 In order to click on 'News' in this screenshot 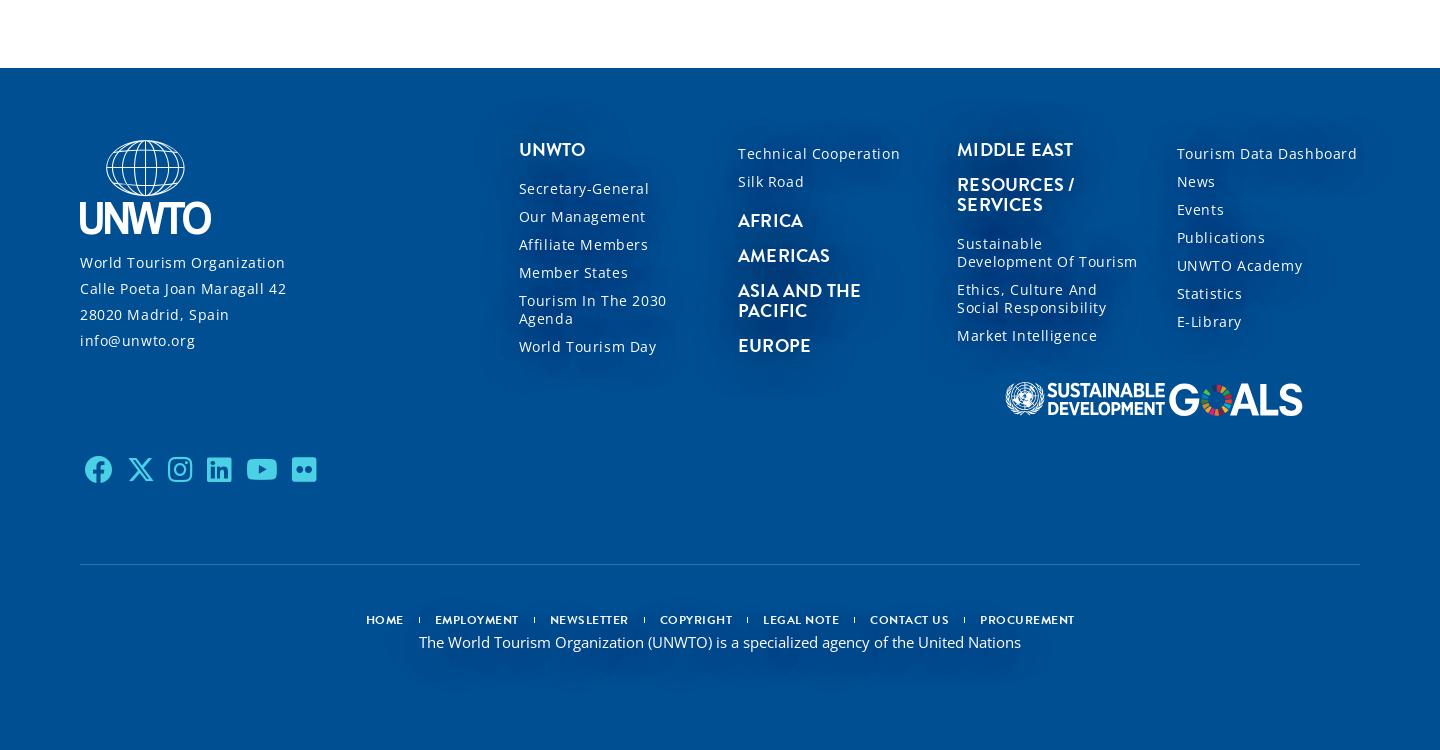, I will do `click(1195, 180)`.